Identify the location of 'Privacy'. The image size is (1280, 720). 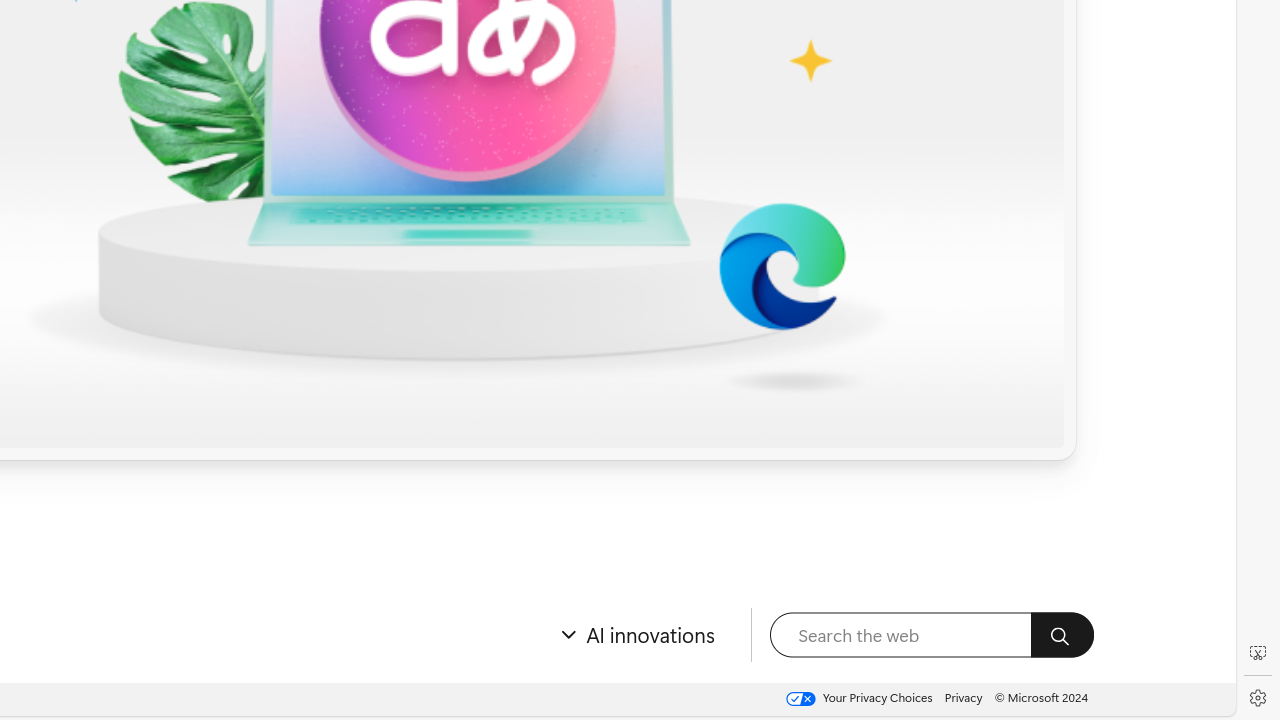
(963, 696).